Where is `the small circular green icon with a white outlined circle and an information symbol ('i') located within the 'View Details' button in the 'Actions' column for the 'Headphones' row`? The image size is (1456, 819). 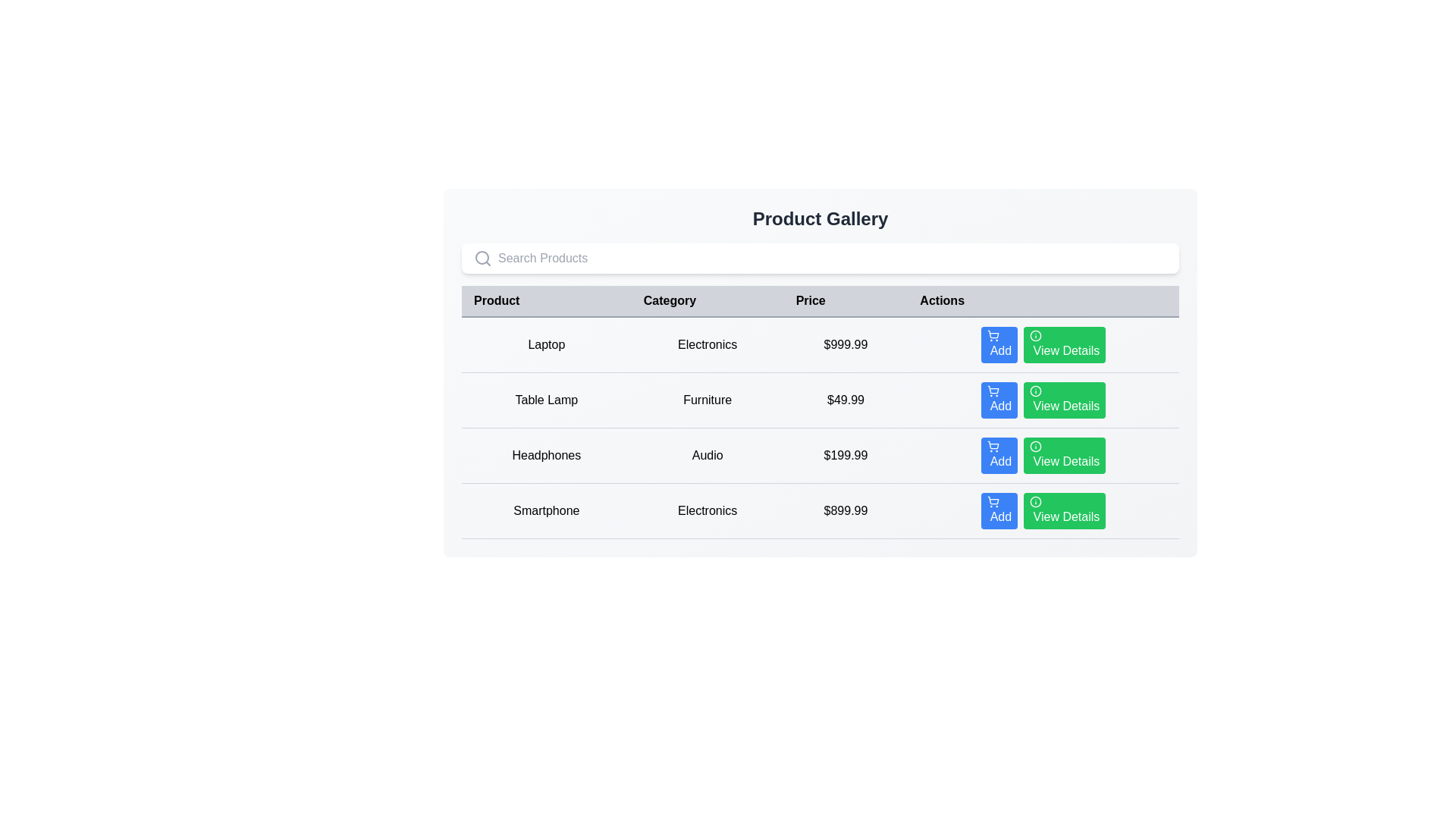
the small circular green icon with a white outlined circle and an information symbol ('i') located within the 'View Details' button in the 'Actions' column for the 'Headphones' row is located at coordinates (1035, 446).